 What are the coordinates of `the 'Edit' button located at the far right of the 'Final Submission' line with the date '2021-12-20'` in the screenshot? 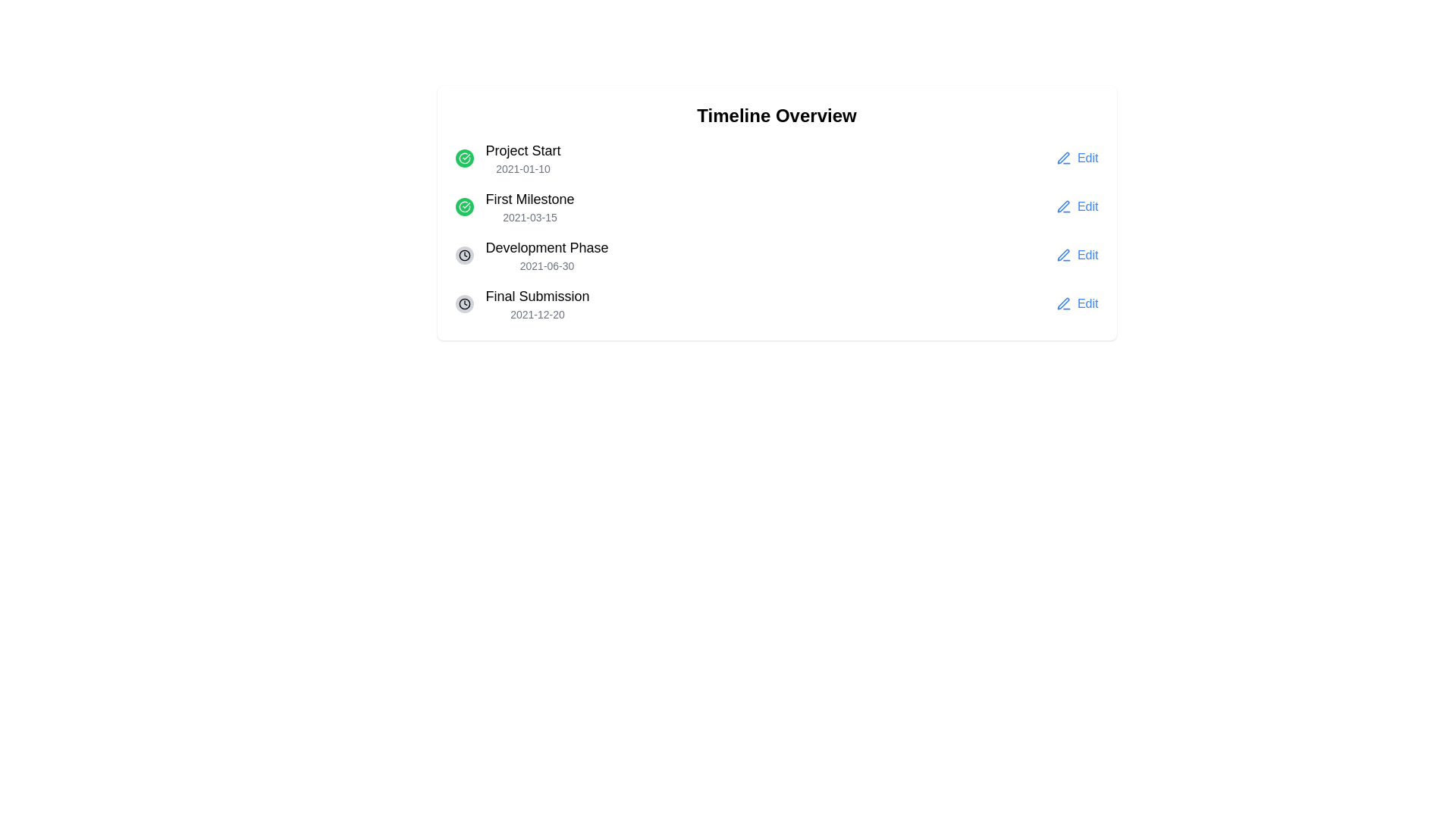 It's located at (1076, 304).